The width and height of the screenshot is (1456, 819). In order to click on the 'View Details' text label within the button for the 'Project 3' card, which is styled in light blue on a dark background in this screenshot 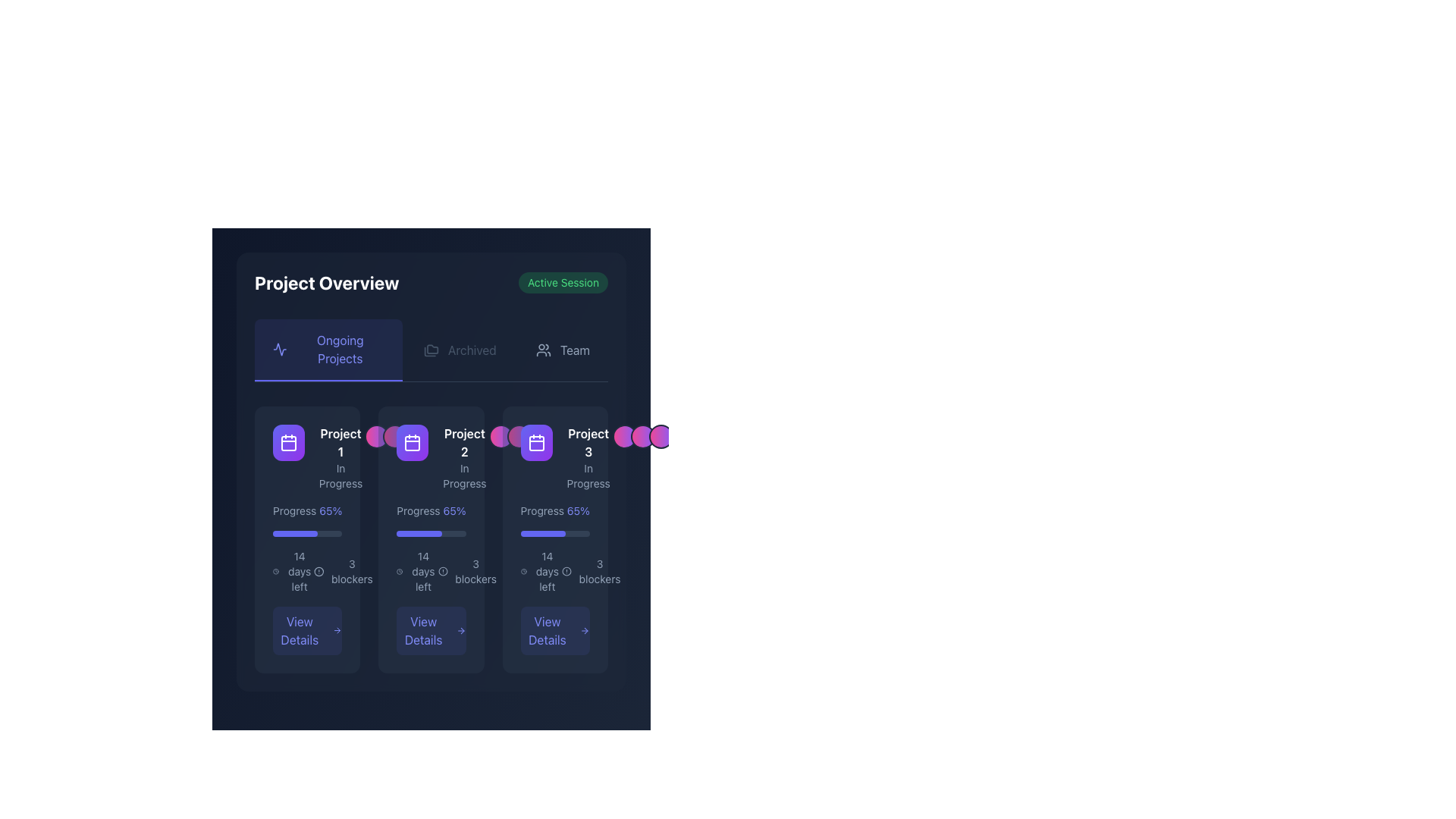, I will do `click(546, 631)`.